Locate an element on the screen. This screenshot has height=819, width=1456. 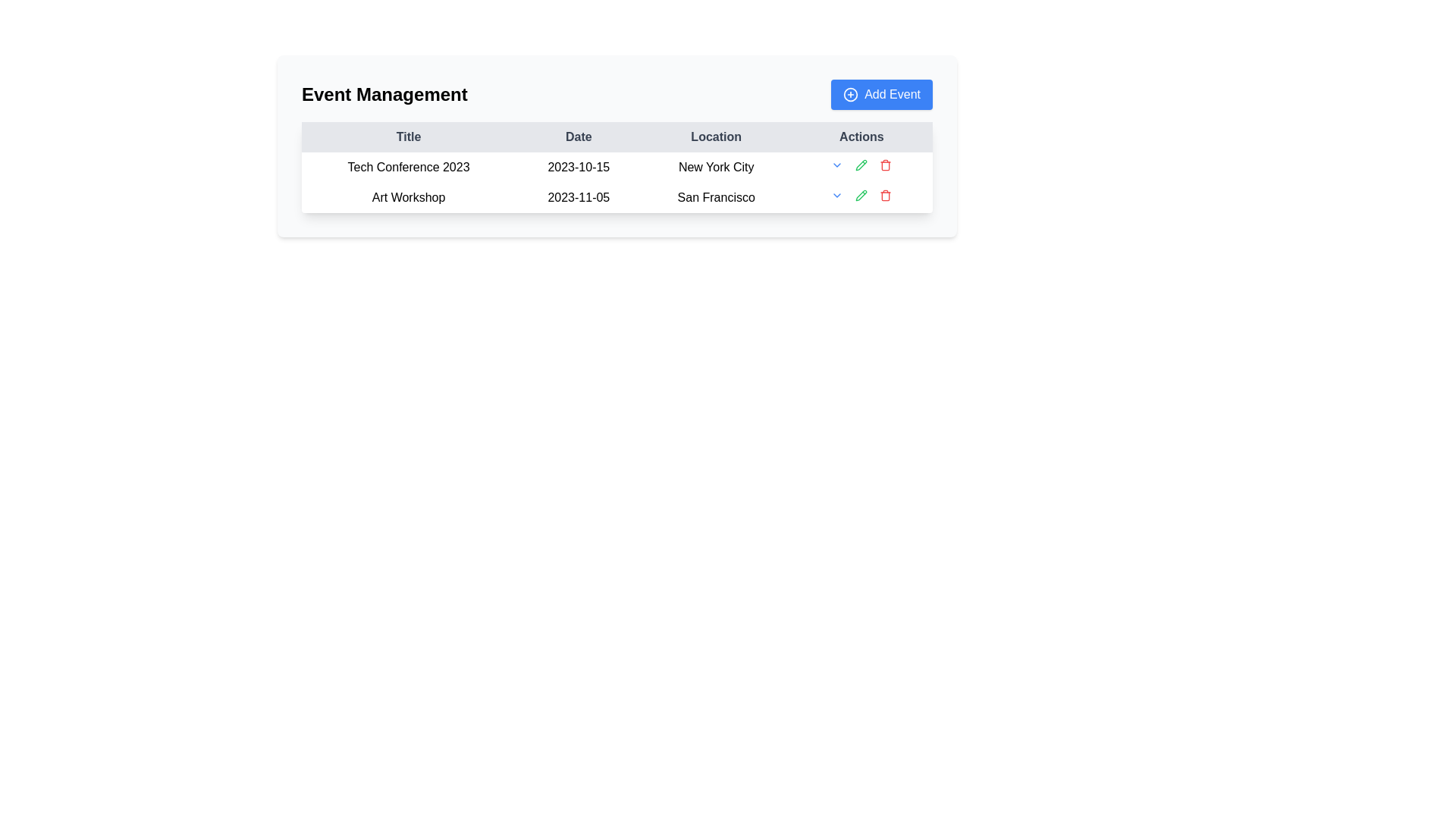
the second row of the table representing the event titled 'Art Workshop', located directly below the 'Tech Conference 2023' row is located at coordinates (617, 197).